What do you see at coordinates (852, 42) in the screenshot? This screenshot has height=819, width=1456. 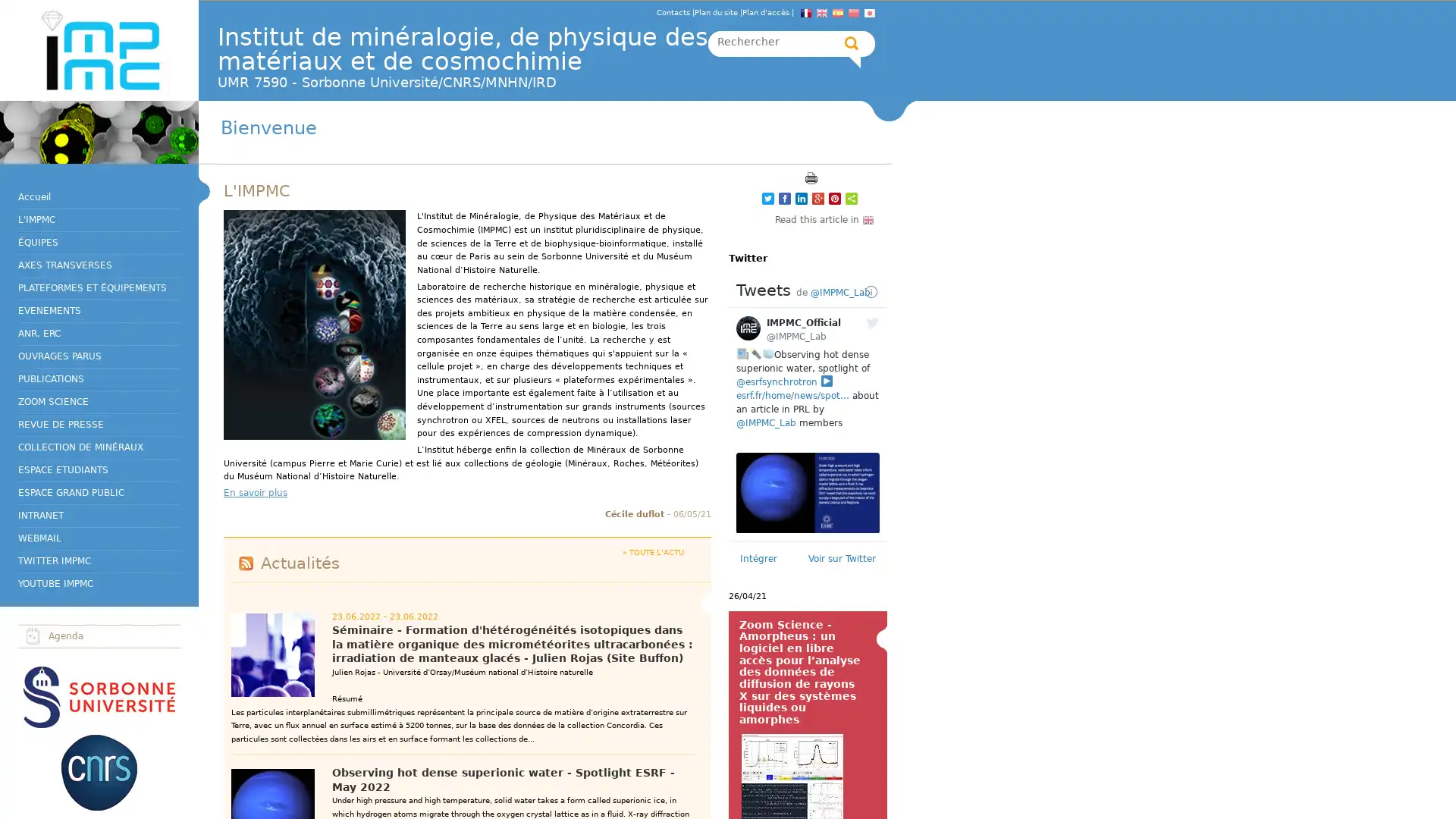 I see `Lancer la recherche` at bounding box center [852, 42].